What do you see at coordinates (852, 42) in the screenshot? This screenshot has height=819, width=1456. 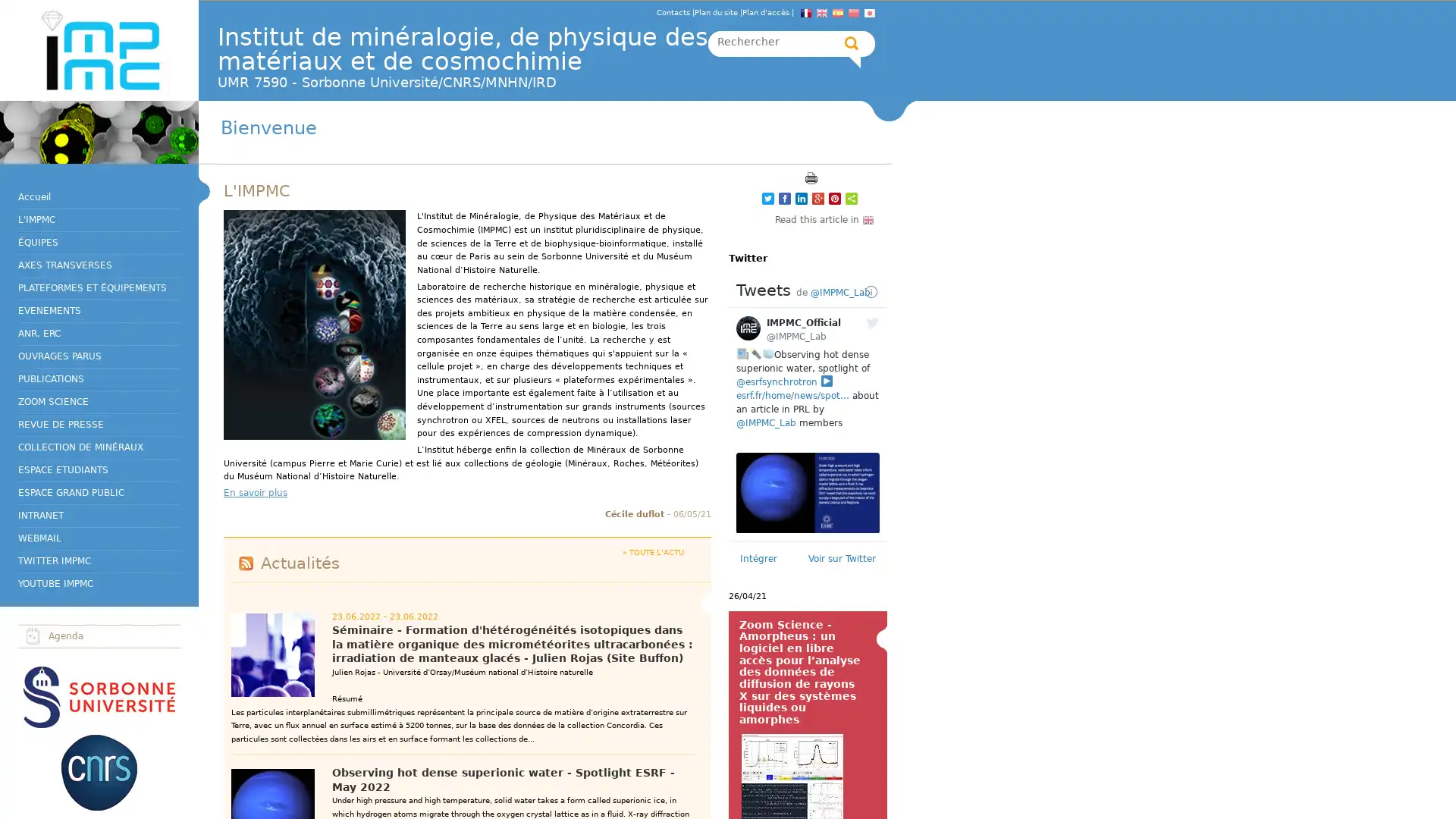 I see `Lancer la recherche` at bounding box center [852, 42].